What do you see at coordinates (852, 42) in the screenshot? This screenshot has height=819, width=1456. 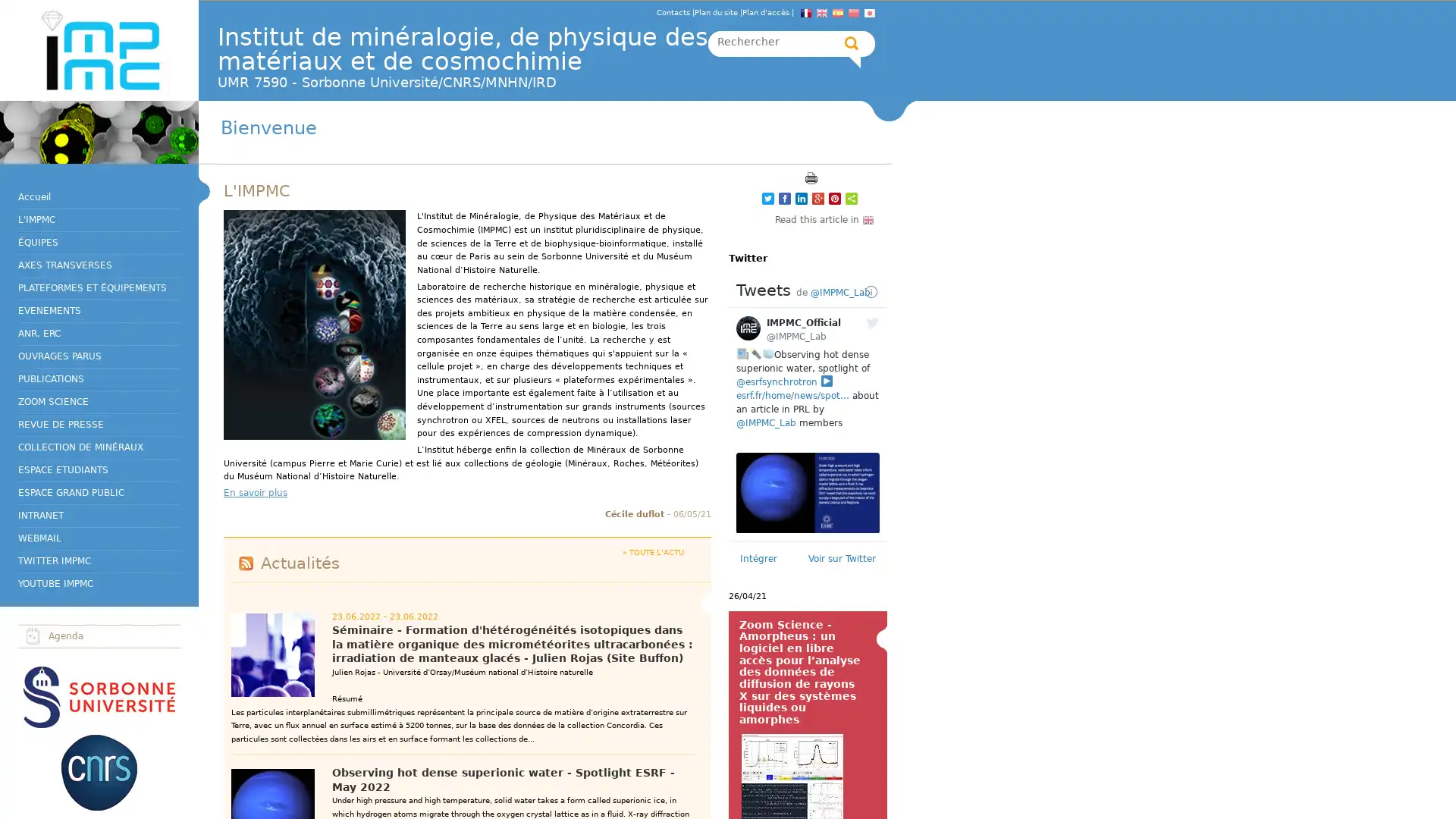 I see `Lancer la recherche` at bounding box center [852, 42].